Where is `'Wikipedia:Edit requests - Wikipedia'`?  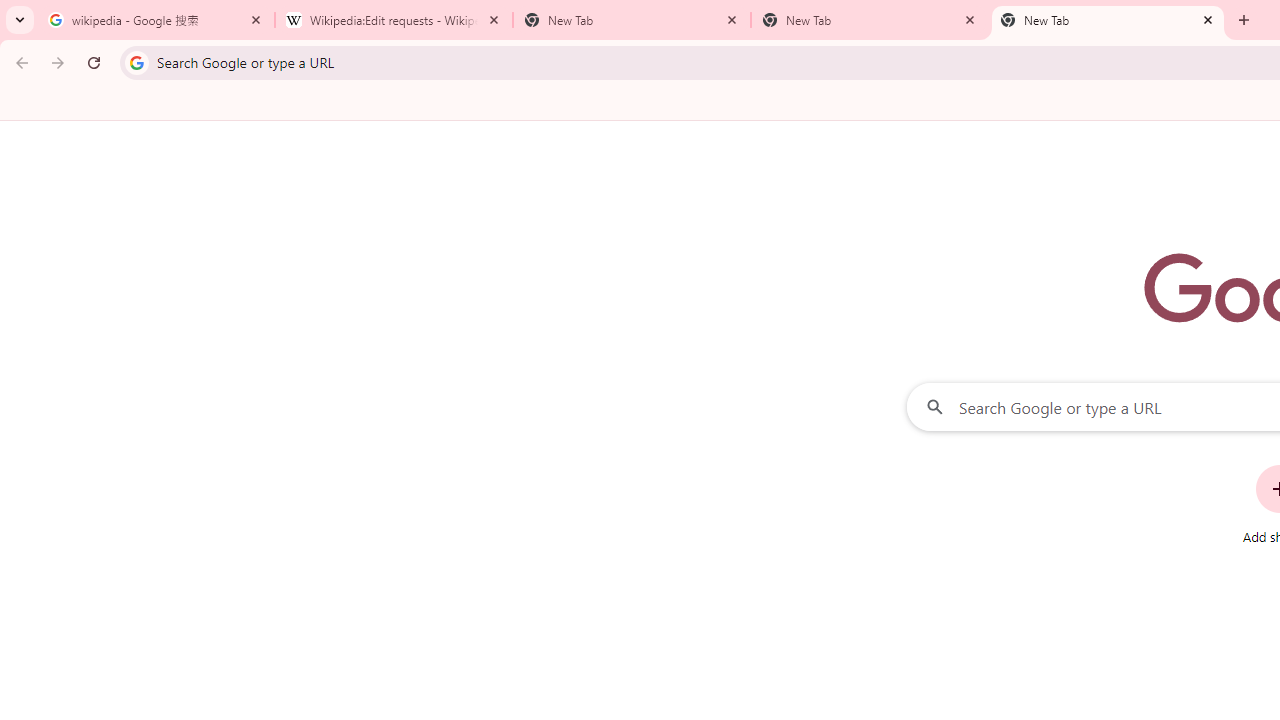
'Wikipedia:Edit requests - Wikipedia' is located at coordinates (394, 20).